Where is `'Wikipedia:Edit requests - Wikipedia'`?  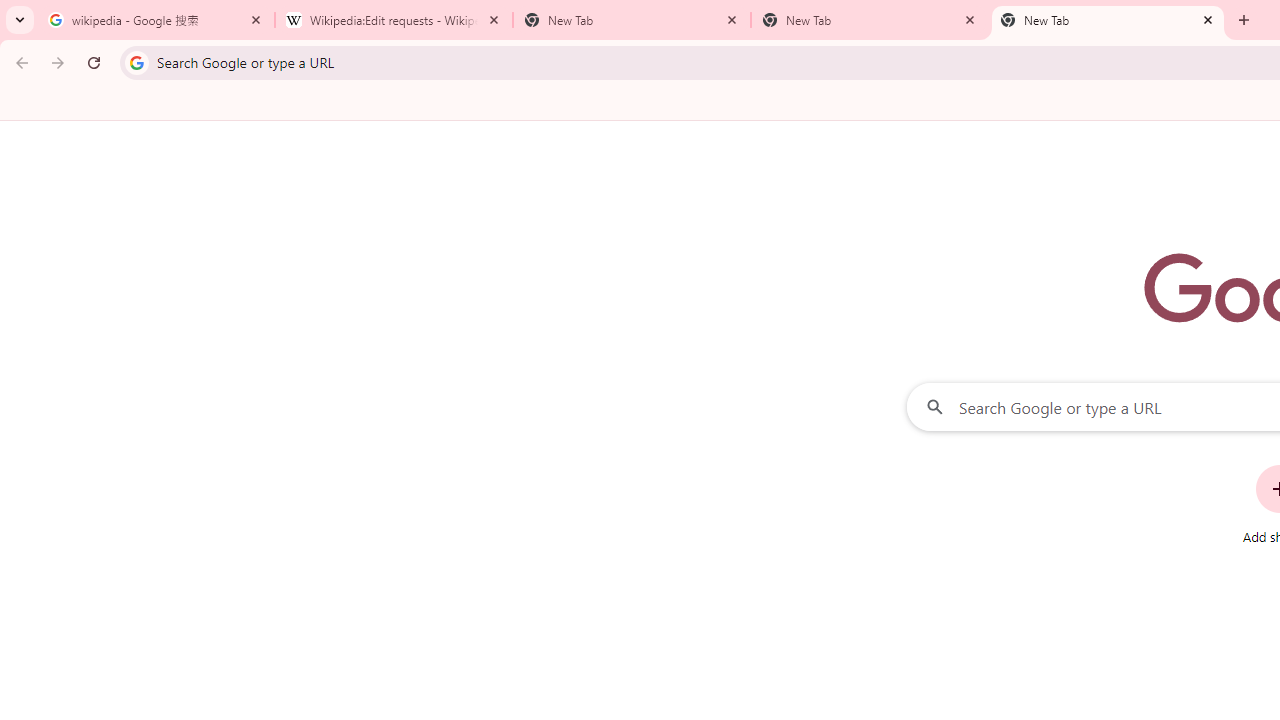
'Wikipedia:Edit requests - Wikipedia' is located at coordinates (394, 20).